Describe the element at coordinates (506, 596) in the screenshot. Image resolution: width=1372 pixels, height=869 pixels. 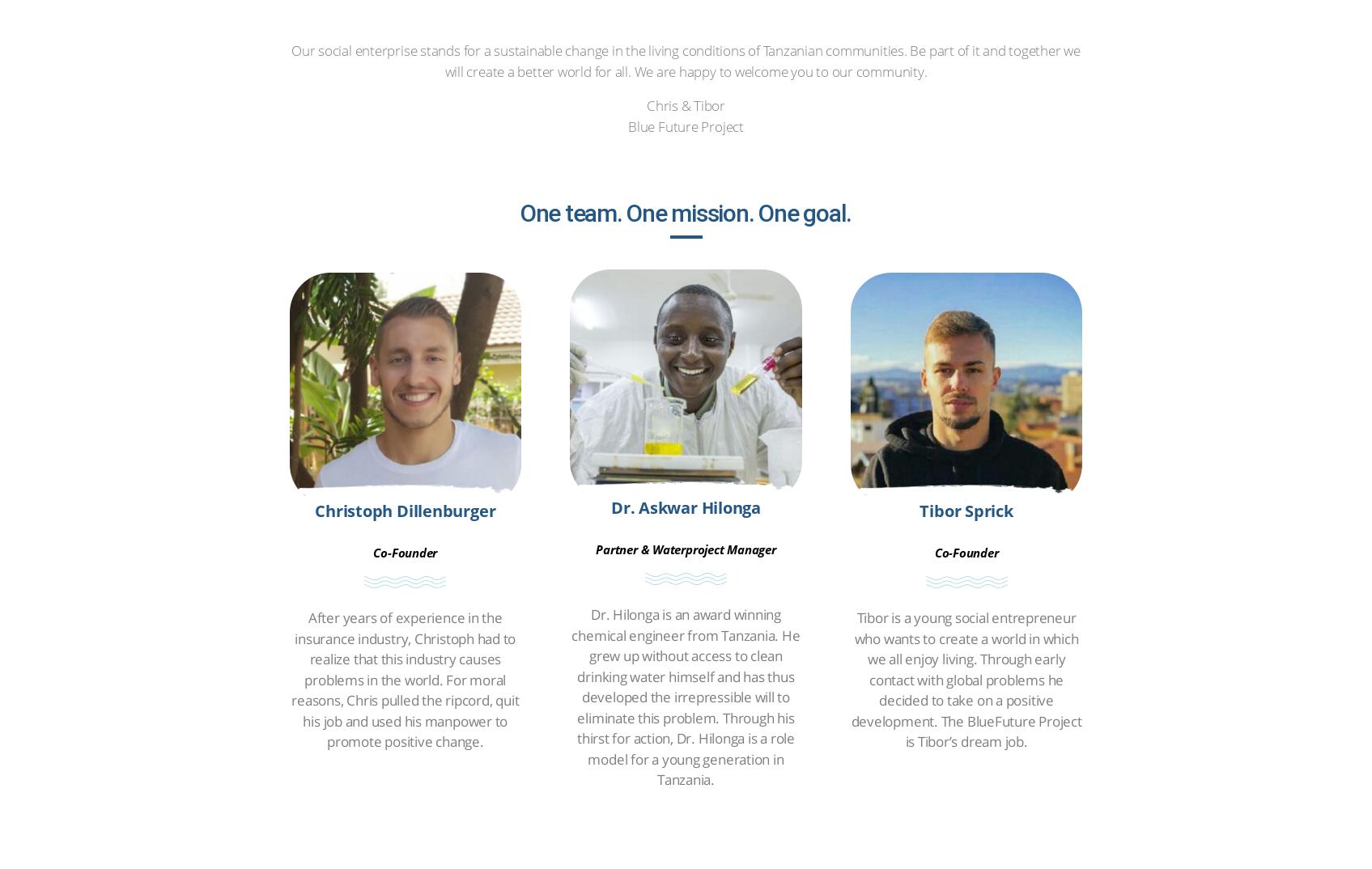
I see `'contact'` at that location.